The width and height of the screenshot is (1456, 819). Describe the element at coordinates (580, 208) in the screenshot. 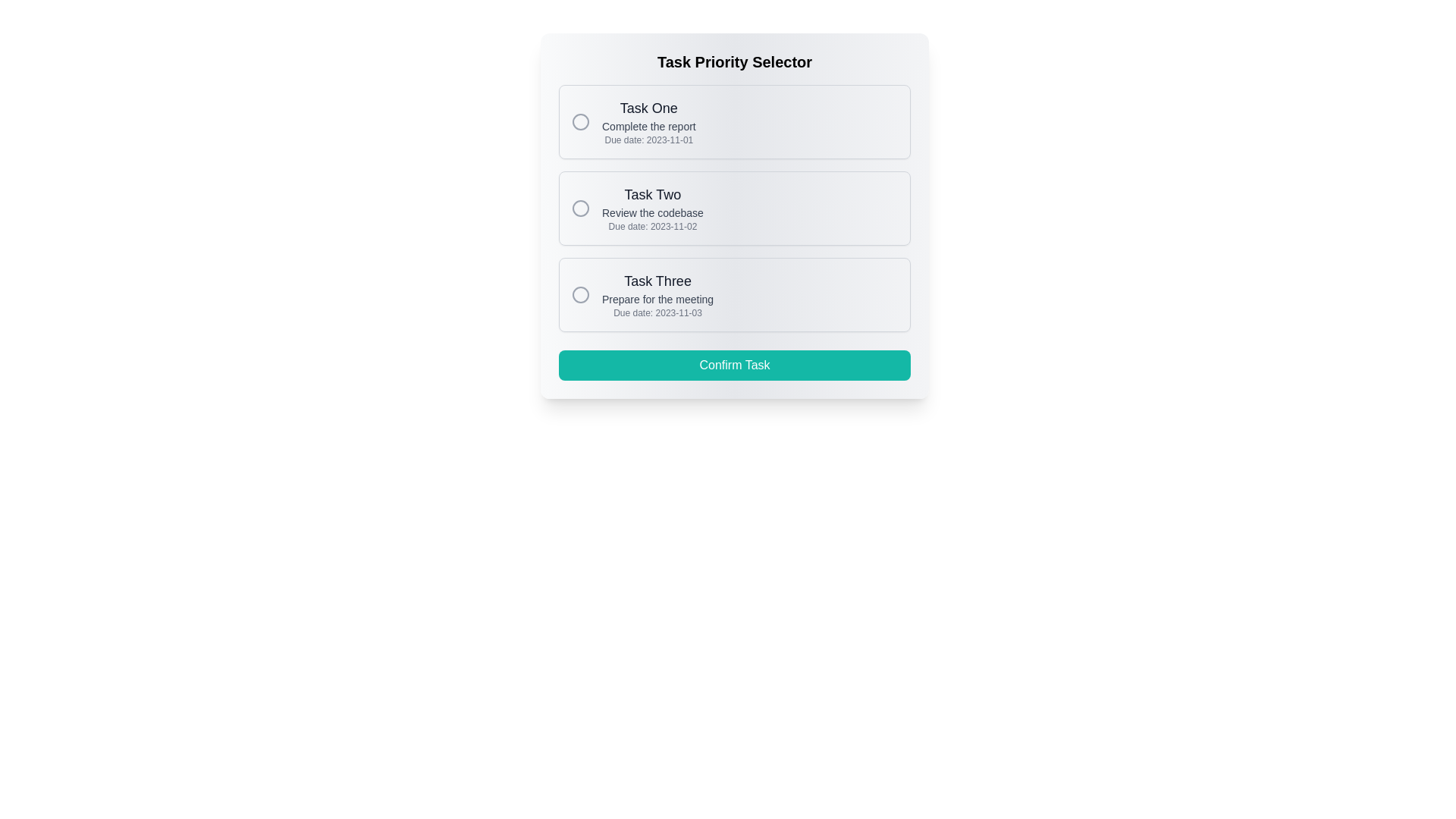

I see `the radio button to the left of the text 'Task Two'` at that location.